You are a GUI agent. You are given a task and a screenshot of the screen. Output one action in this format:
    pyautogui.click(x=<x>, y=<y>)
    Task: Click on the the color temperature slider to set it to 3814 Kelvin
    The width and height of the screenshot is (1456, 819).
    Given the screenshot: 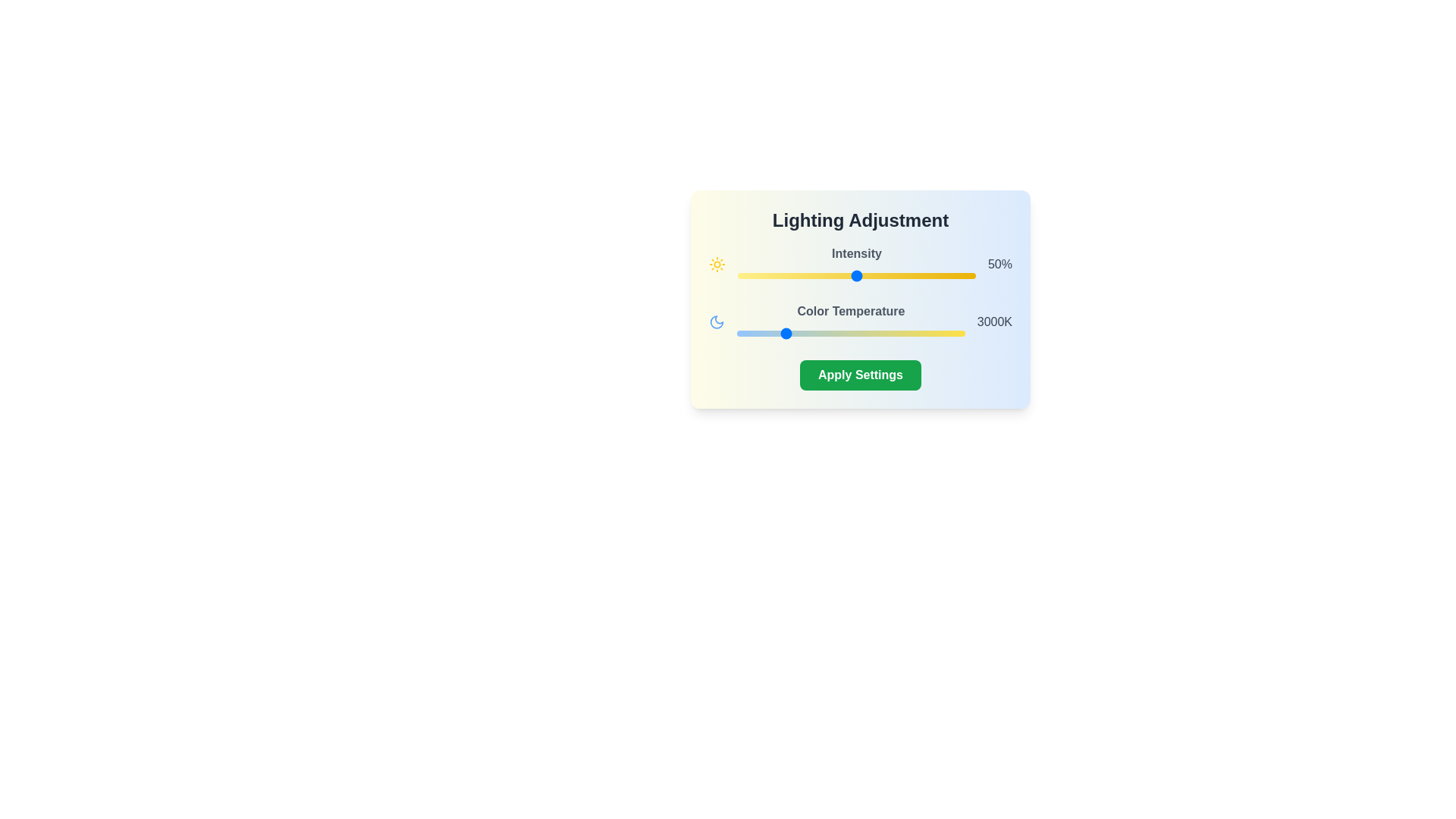 What is the action you would take?
    pyautogui.click(x=818, y=332)
    